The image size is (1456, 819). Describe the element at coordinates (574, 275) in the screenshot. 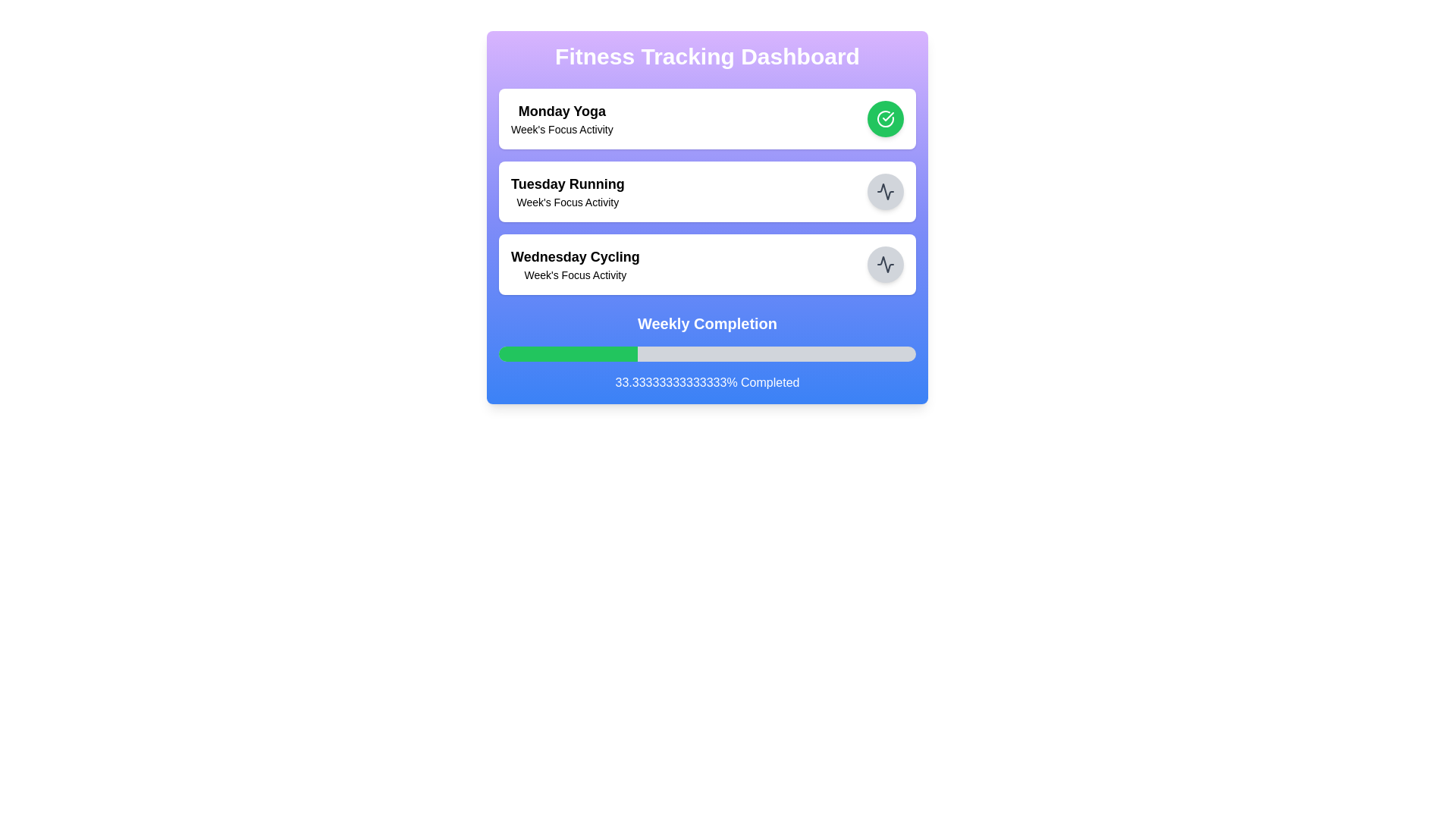

I see `the text label that displays "Week's Focus Activity", which is located below the "Wednesday Cycling" label and is the third in sequence of activity labels` at that location.